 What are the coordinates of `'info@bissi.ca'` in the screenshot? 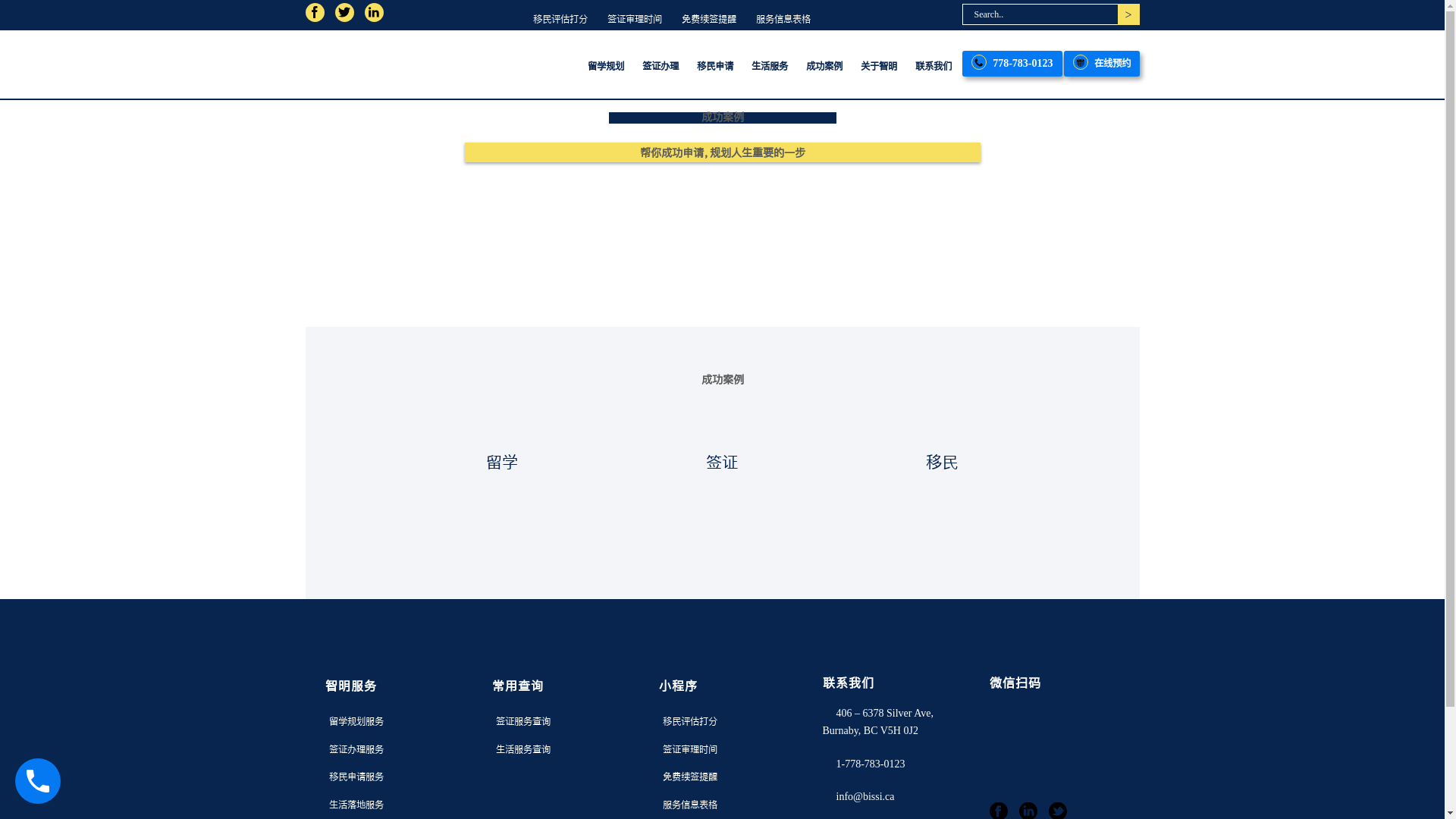 It's located at (858, 795).